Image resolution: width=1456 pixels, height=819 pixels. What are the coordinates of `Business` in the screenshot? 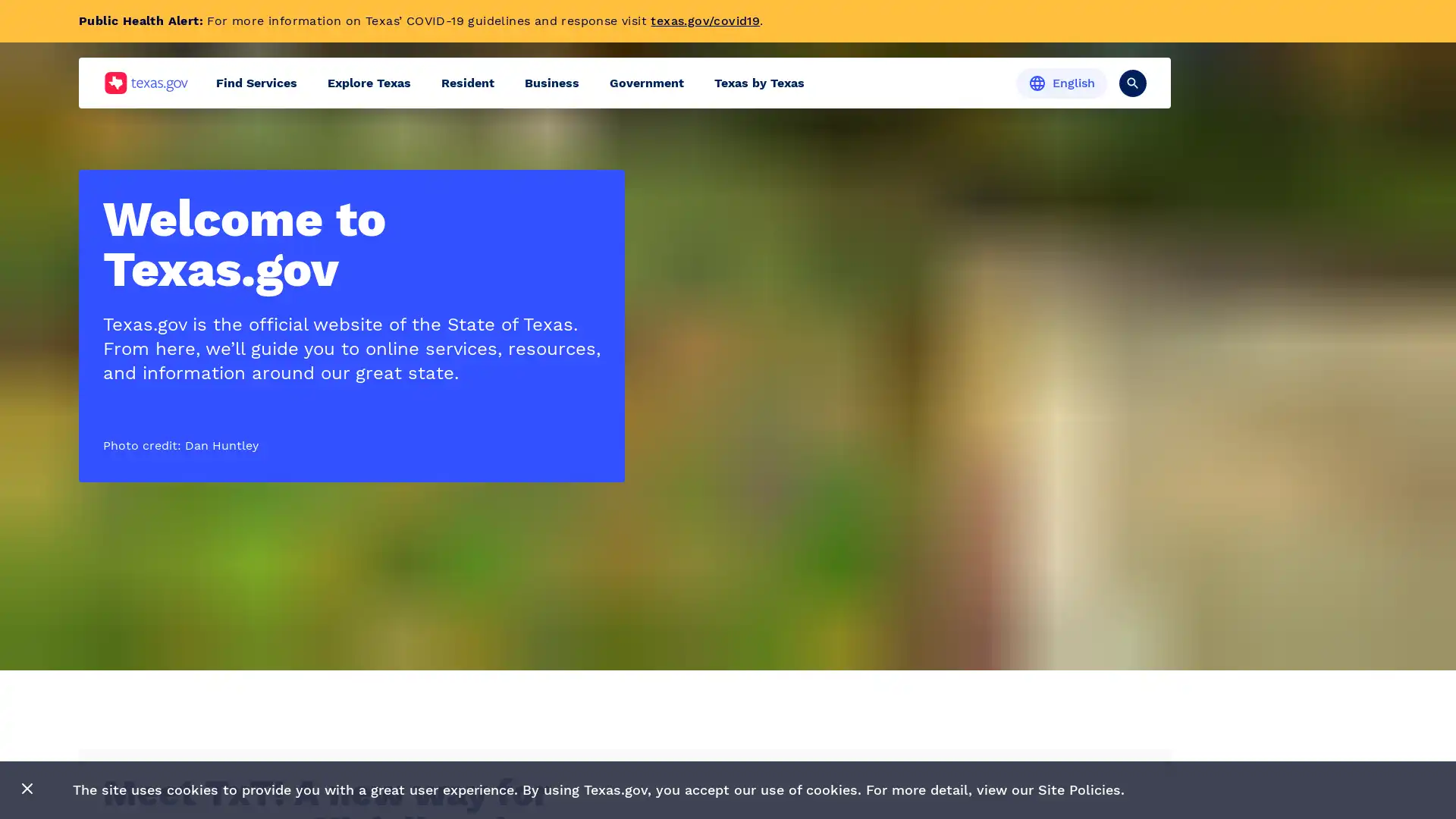 It's located at (551, 83).